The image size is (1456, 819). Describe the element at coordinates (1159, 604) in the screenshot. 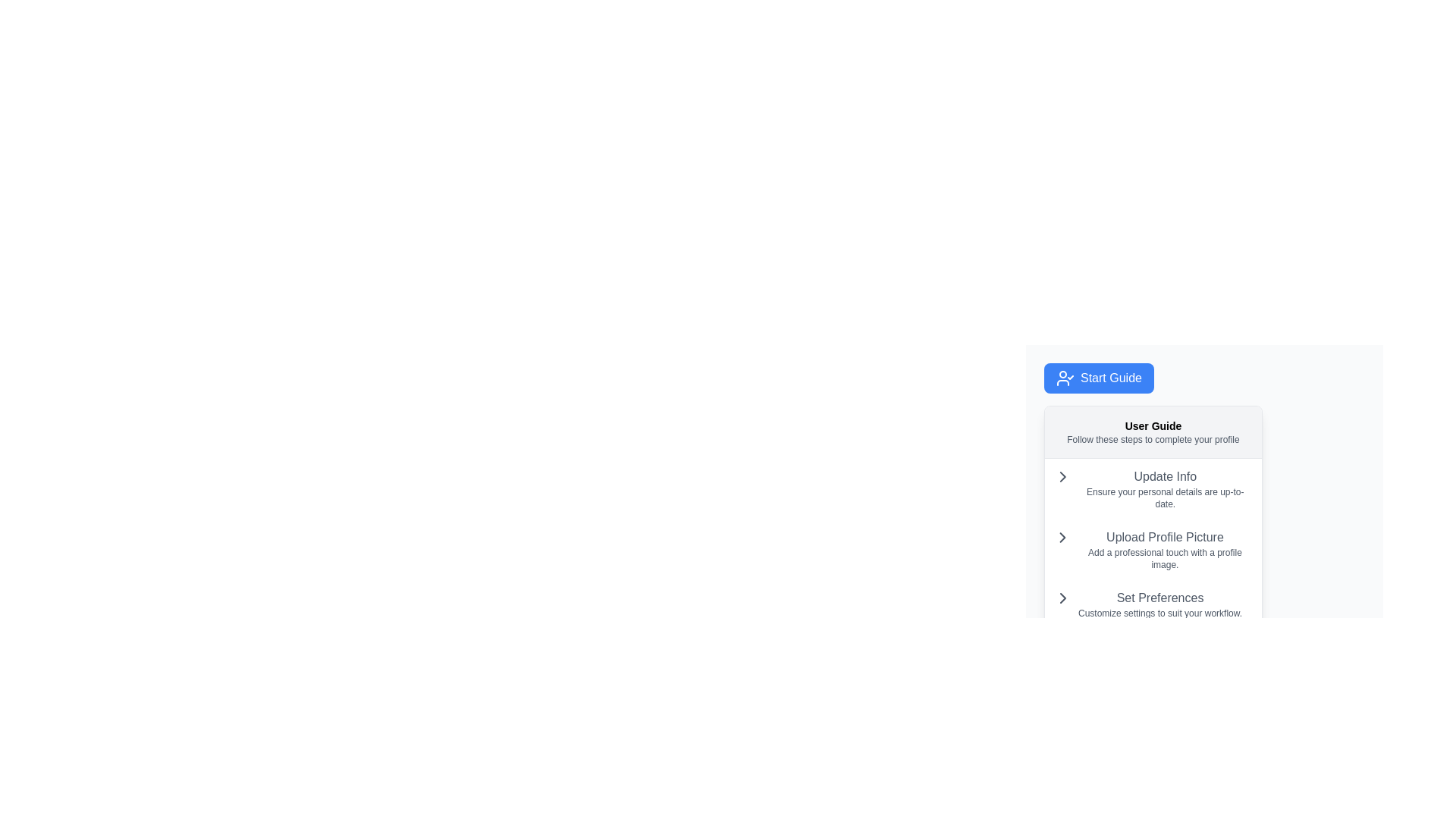

I see `the information provided in the text label that serves as a section header or label, located towards the lower part of the panel and is the third item in a vertical list` at that location.